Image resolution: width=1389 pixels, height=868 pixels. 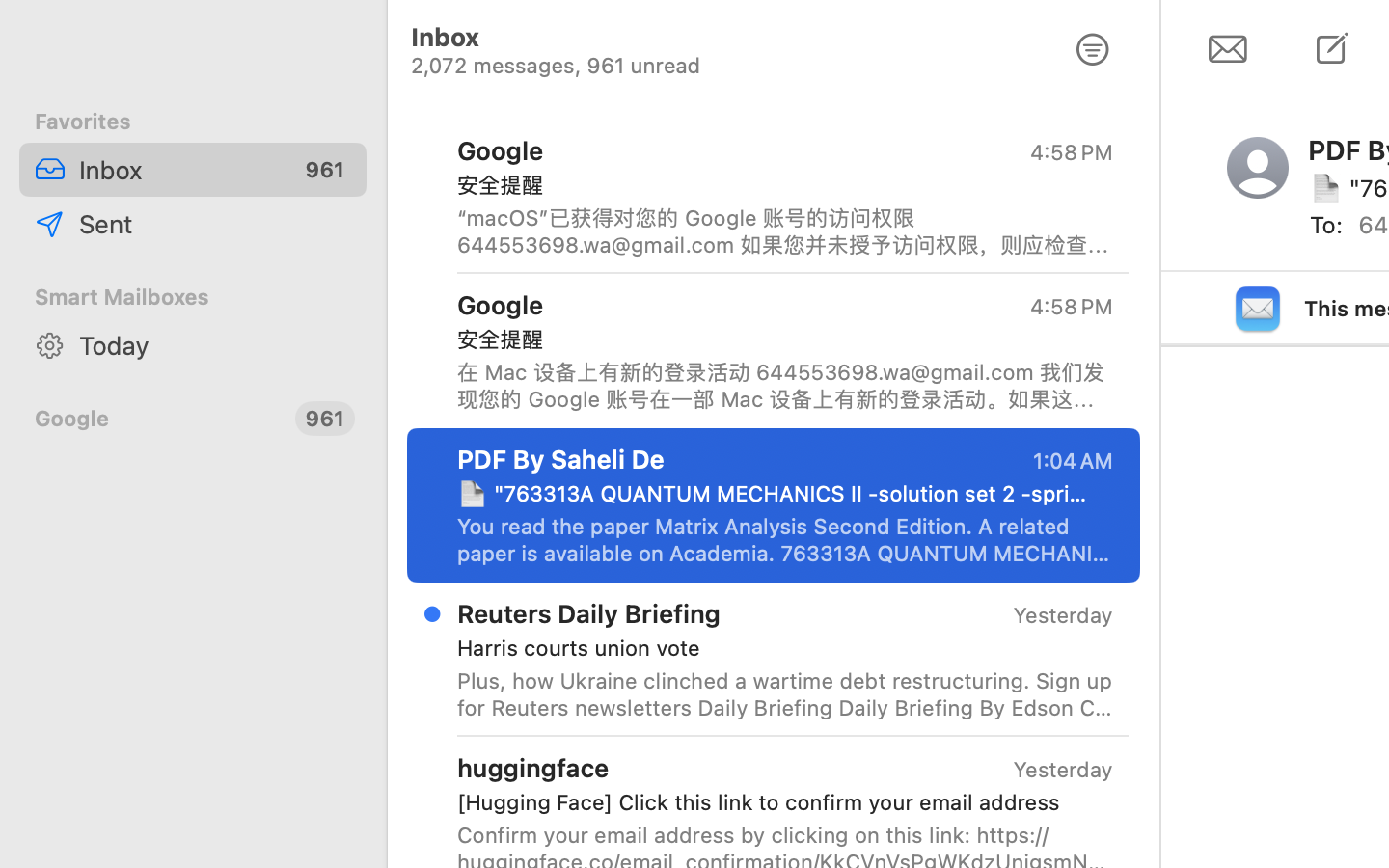 I want to click on '在 Mac 设备上有新的登录活动 644553698.wa@gmail.com 我们发现您的 Google 账号在一部 Mac 设备上有新的登录活动。如果这是您本人的操作，那么您无需采取任何行动。如果这不是您本人的操作，我们会帮助您保护您的账号。 查看活动 您也可以访问以下网址查看安全性活动： https://myaccount.google.com/notifications 我们向您发送这封电子邮件，目的是让您了解关于您的 Google 账号和服务的重大变化。 © 2024 Google LLC, 1600 Amphitheatre Parkway, Mountain View, CA 94043, USA', so click(x=785, y=385).